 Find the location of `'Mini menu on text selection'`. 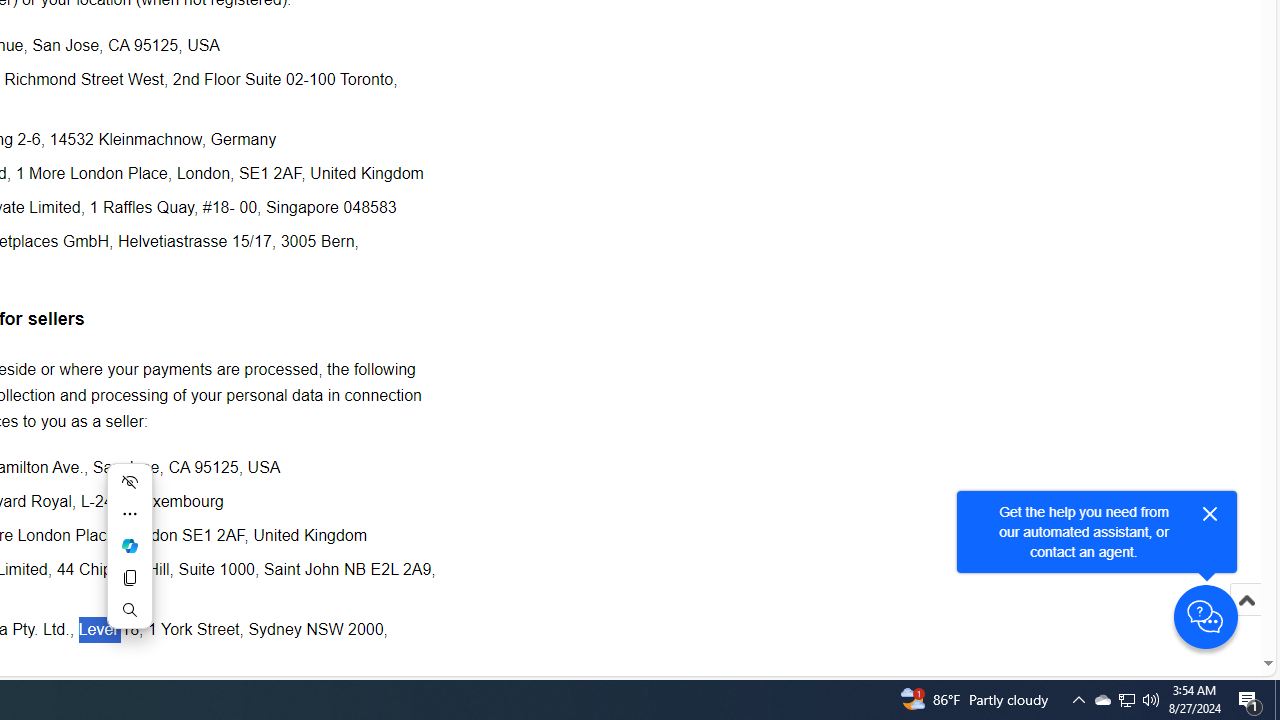

'Mini menu on text selection' is located at coordinates (128, 545).